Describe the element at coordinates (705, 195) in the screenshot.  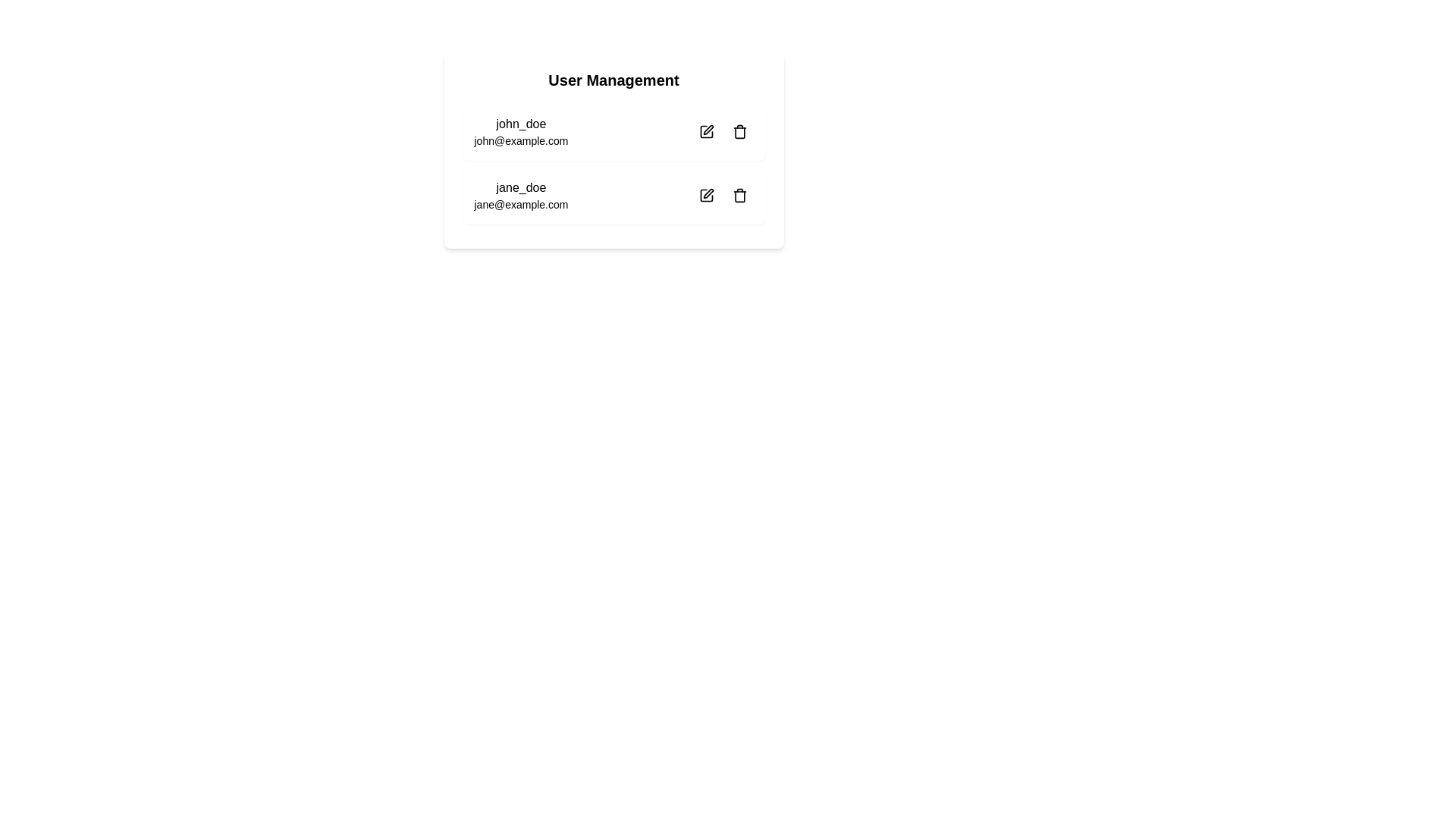
I see `the edit icon button next to 'jane_doe' in the user management panel` at that location.